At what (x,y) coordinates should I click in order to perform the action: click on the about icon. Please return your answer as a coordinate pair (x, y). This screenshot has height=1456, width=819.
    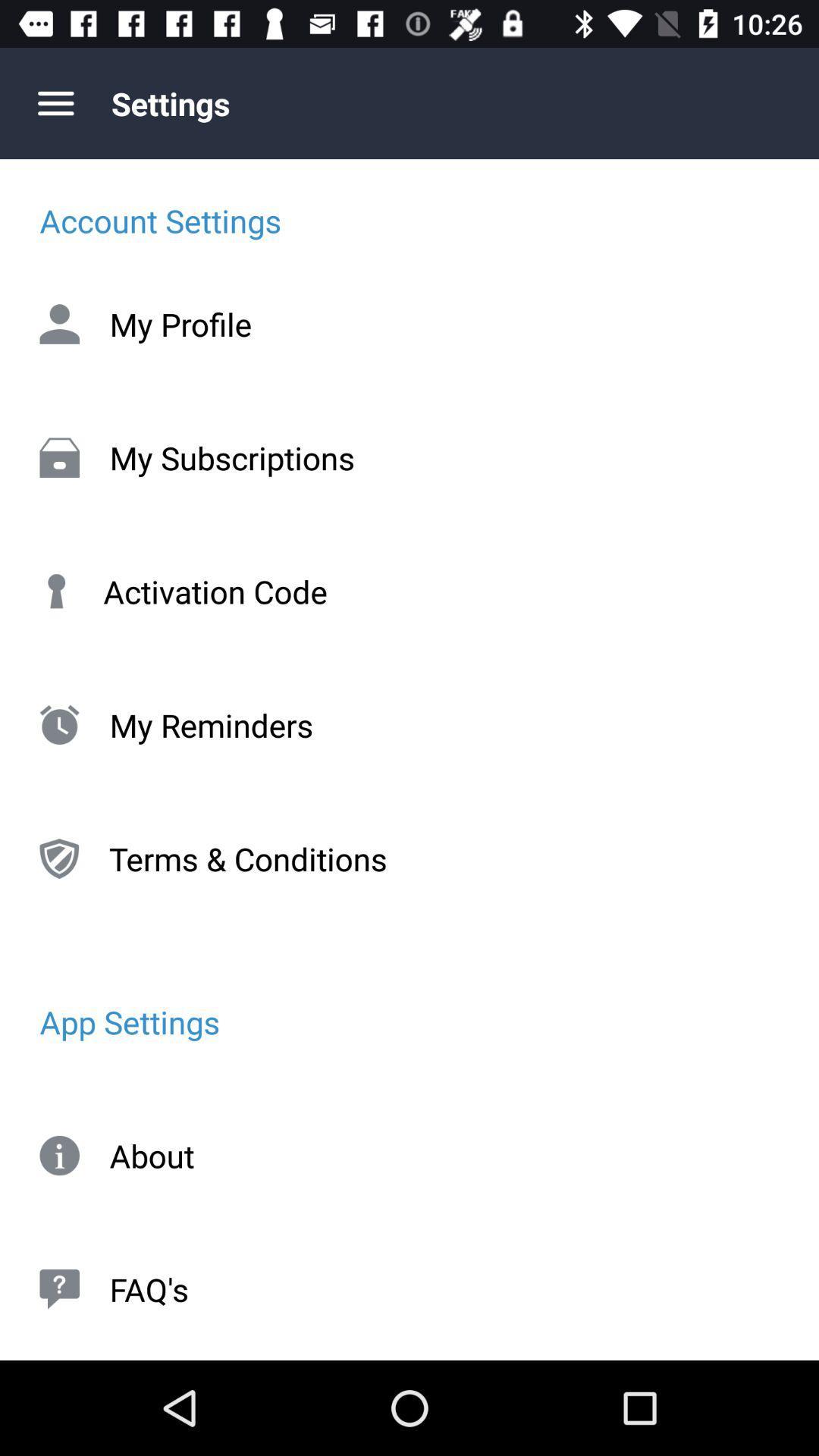
    Looking at the image, I should click on (409, 1155).